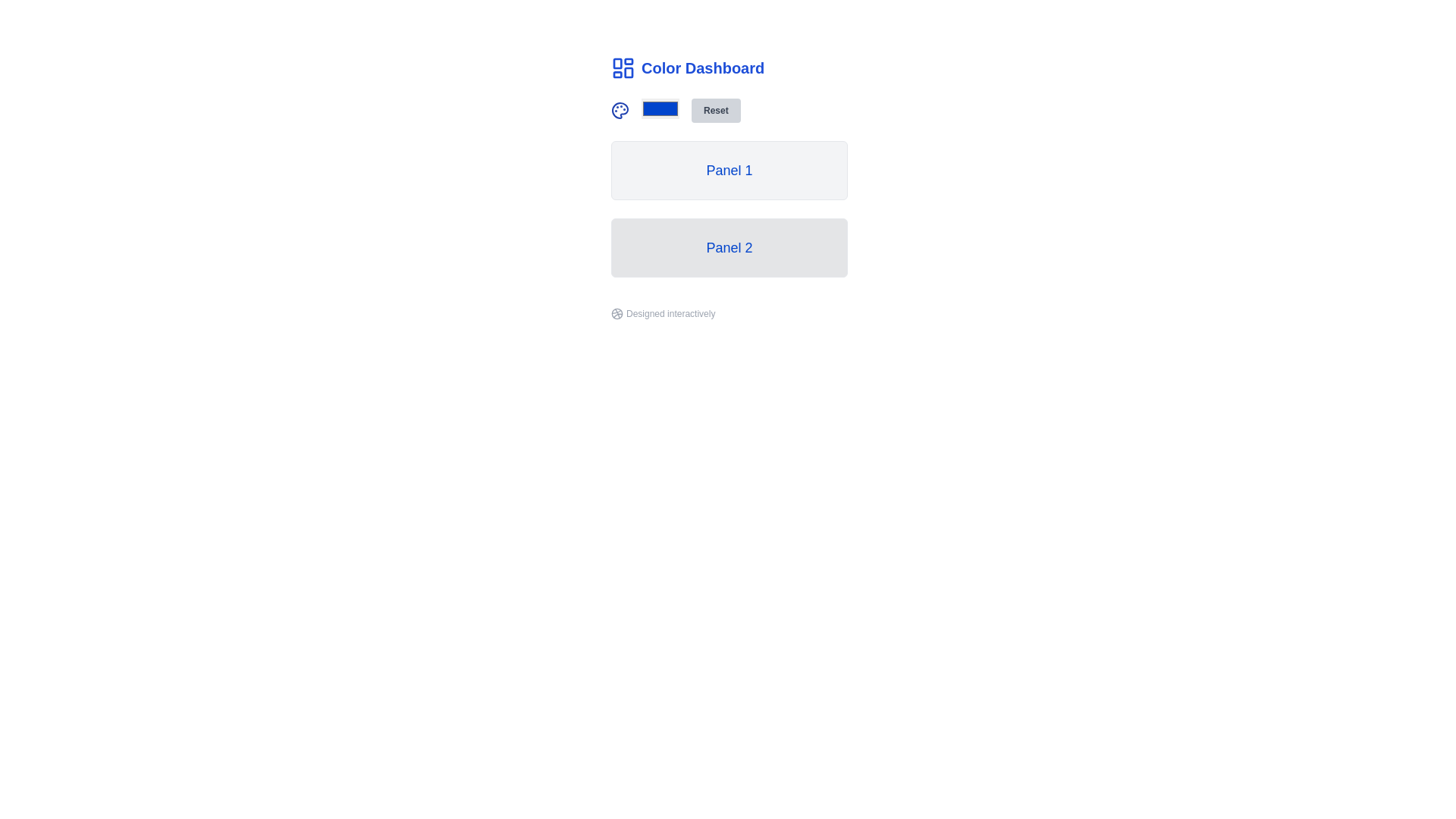 The image size is (1456, 819). I want to click on the 'Panel 1', so click(729, 170).